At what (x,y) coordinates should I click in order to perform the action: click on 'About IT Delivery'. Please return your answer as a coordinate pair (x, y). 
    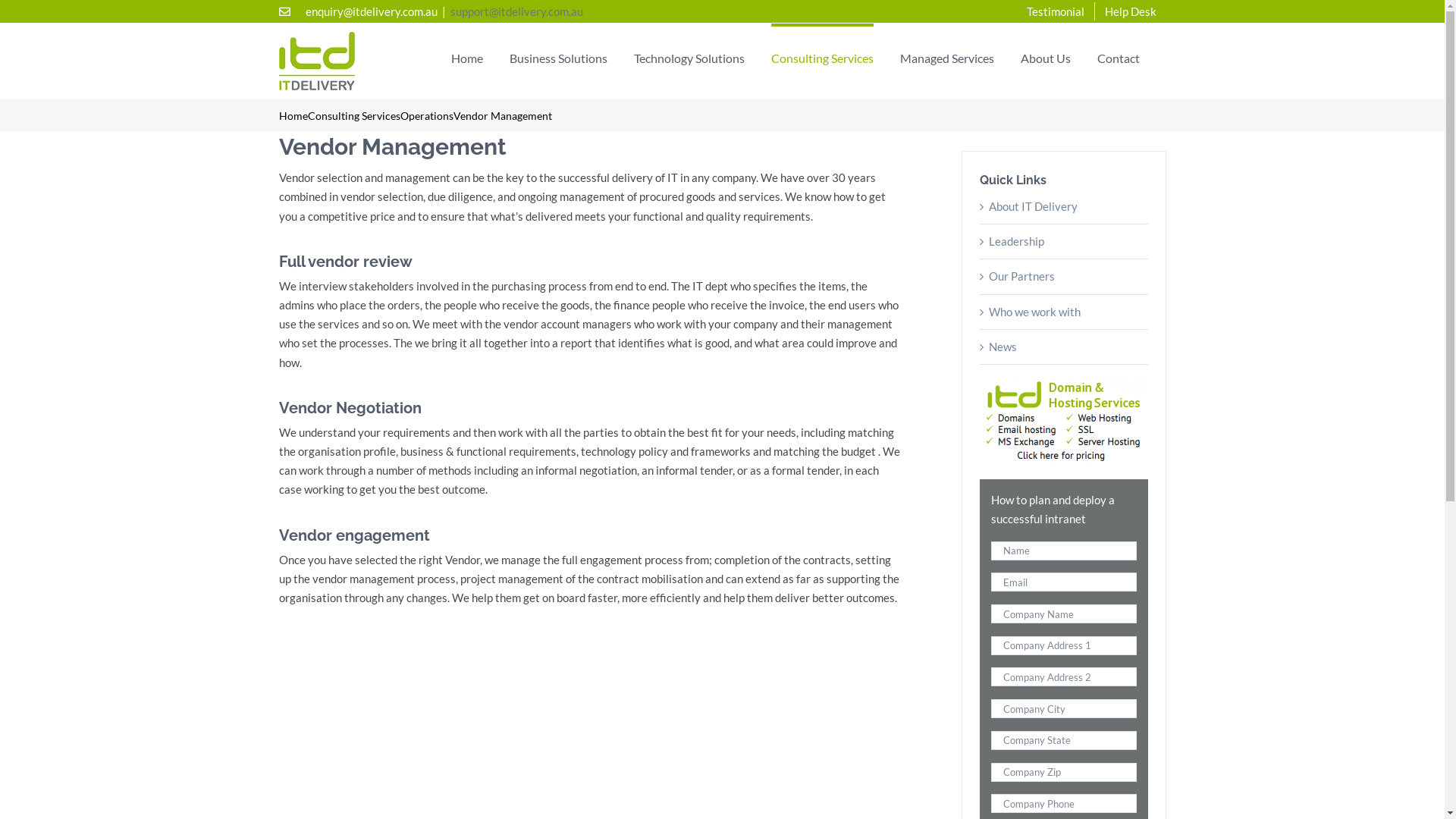
    Looking at the image, I should click on (989, 206).